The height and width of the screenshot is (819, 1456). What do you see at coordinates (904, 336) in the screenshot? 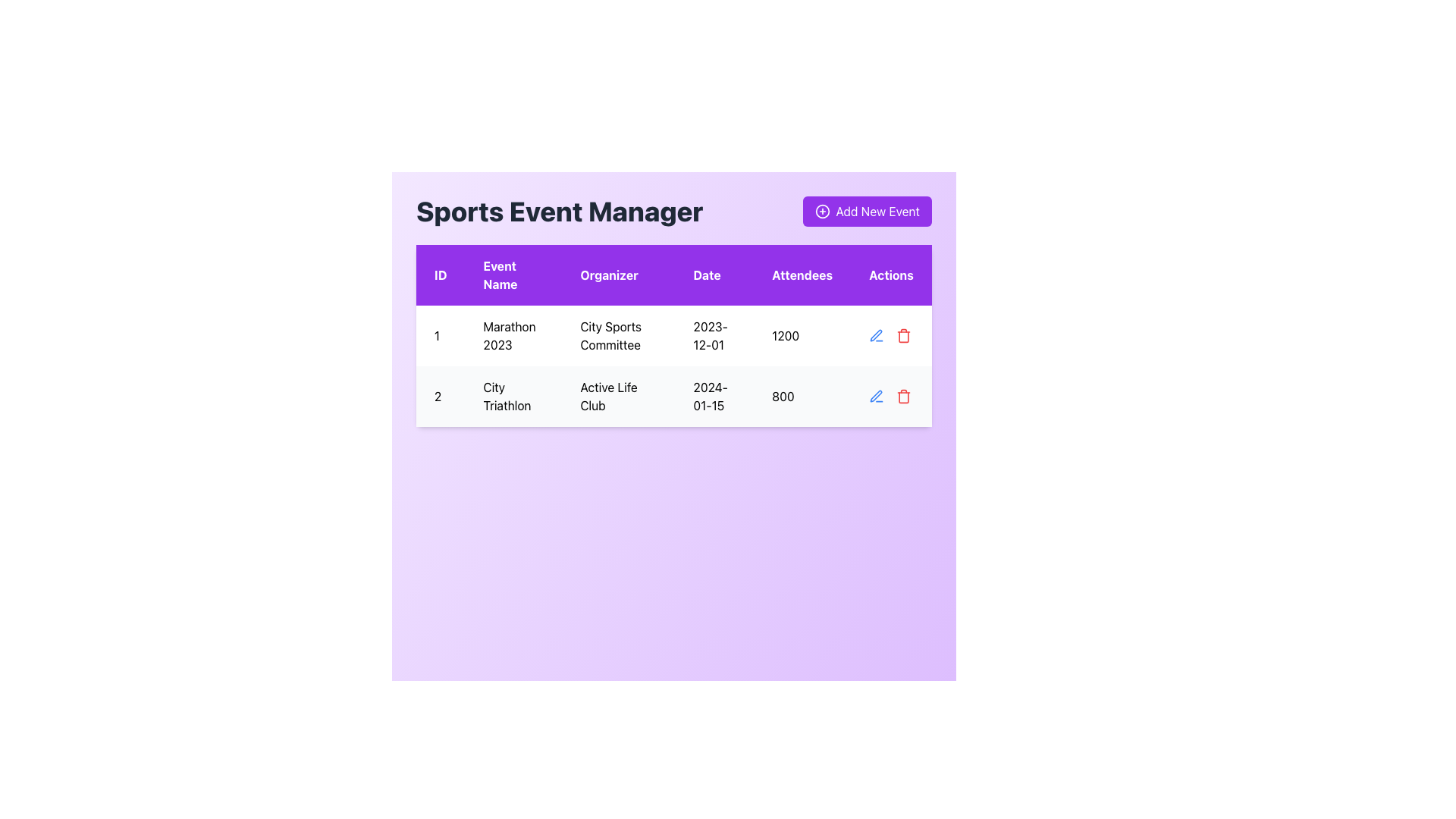
I see `the trash can icon component located in the second row under the 'Actions' column of the table, which represents a delete action` at bounding box center [904, 336].